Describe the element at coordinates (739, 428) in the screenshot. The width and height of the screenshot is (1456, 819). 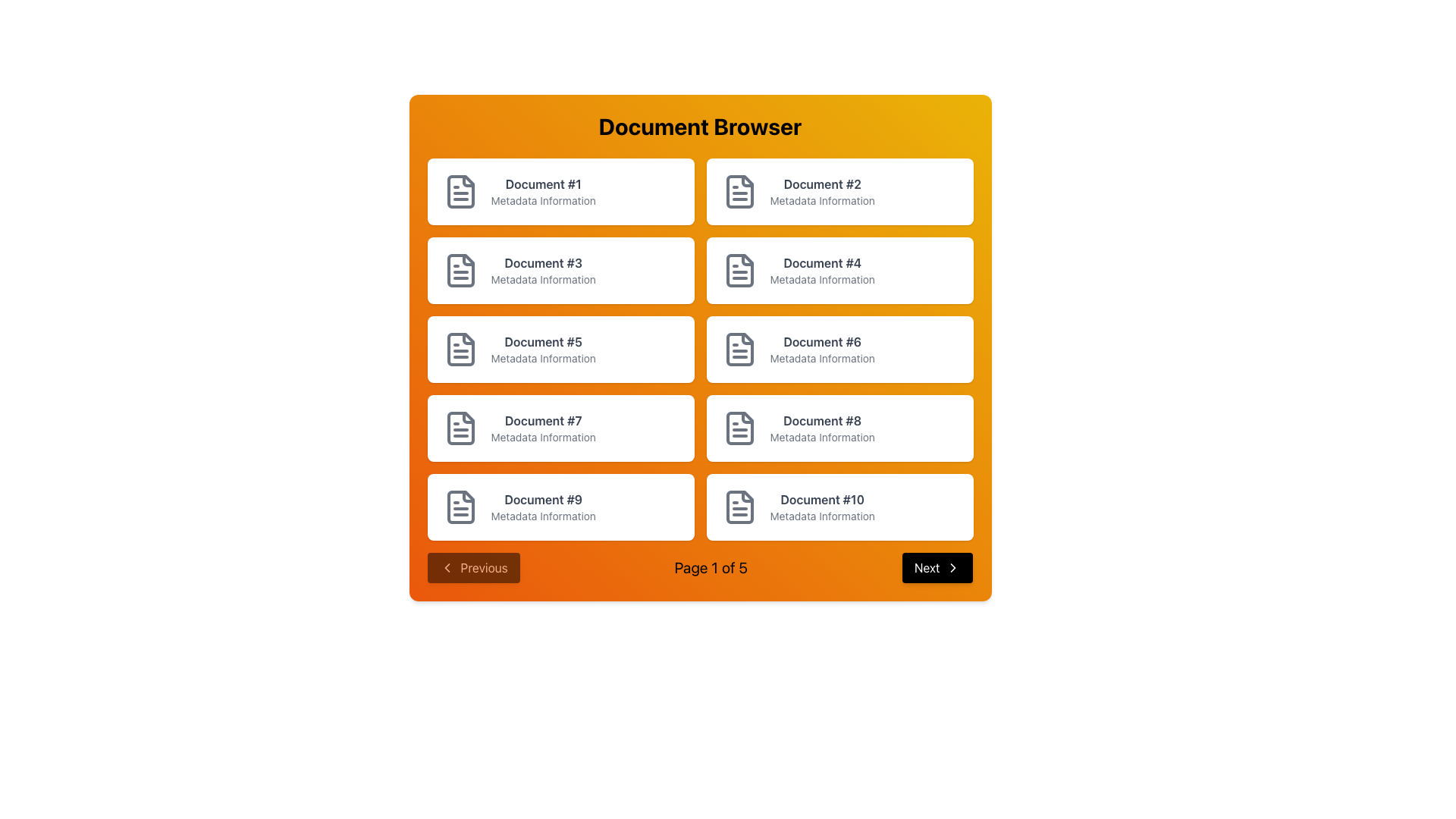
I see `the document icon representing 'Document #8'` at that location.